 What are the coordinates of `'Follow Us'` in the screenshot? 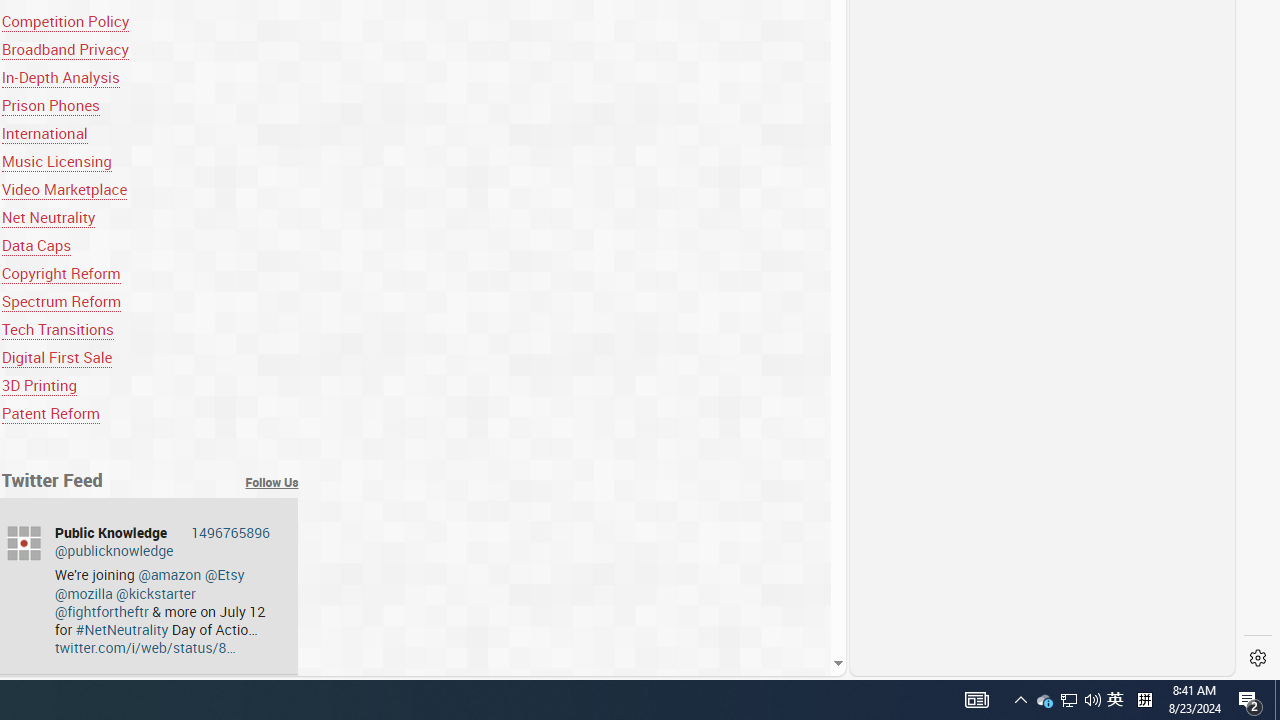 It's located at (271, 482).